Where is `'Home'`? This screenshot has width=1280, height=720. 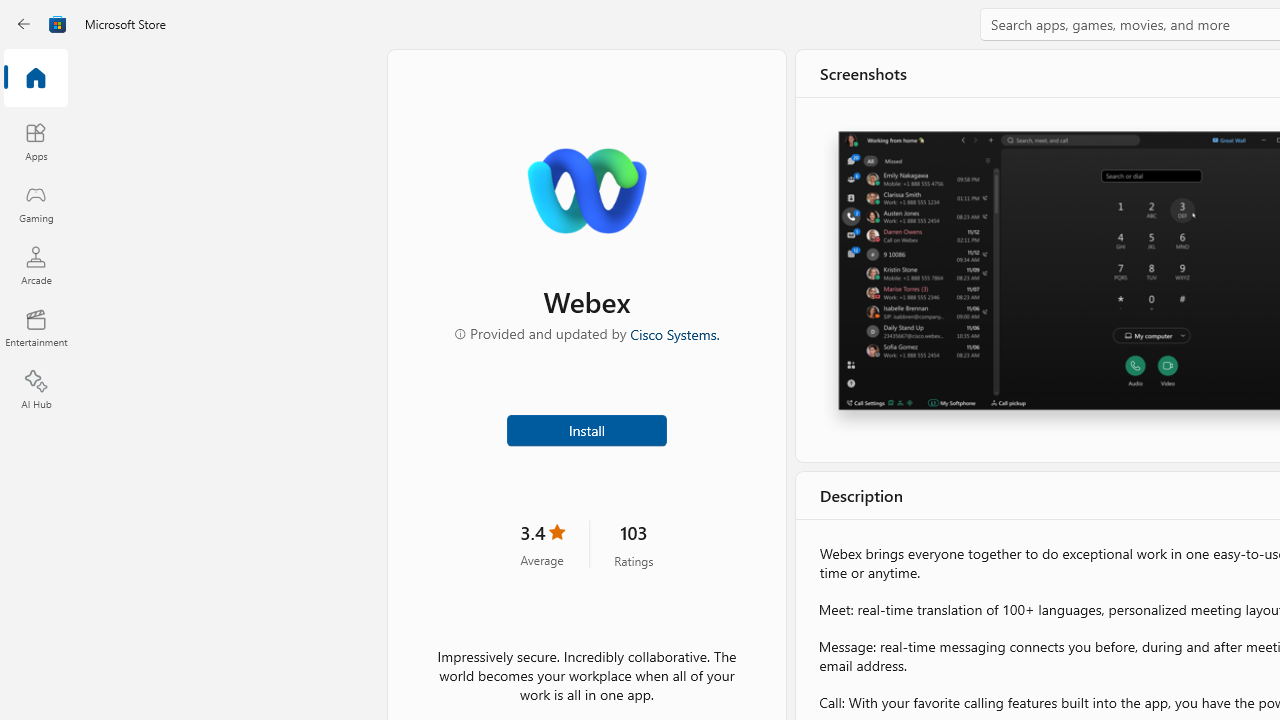
'Home' is located at coordinates (35, 78).